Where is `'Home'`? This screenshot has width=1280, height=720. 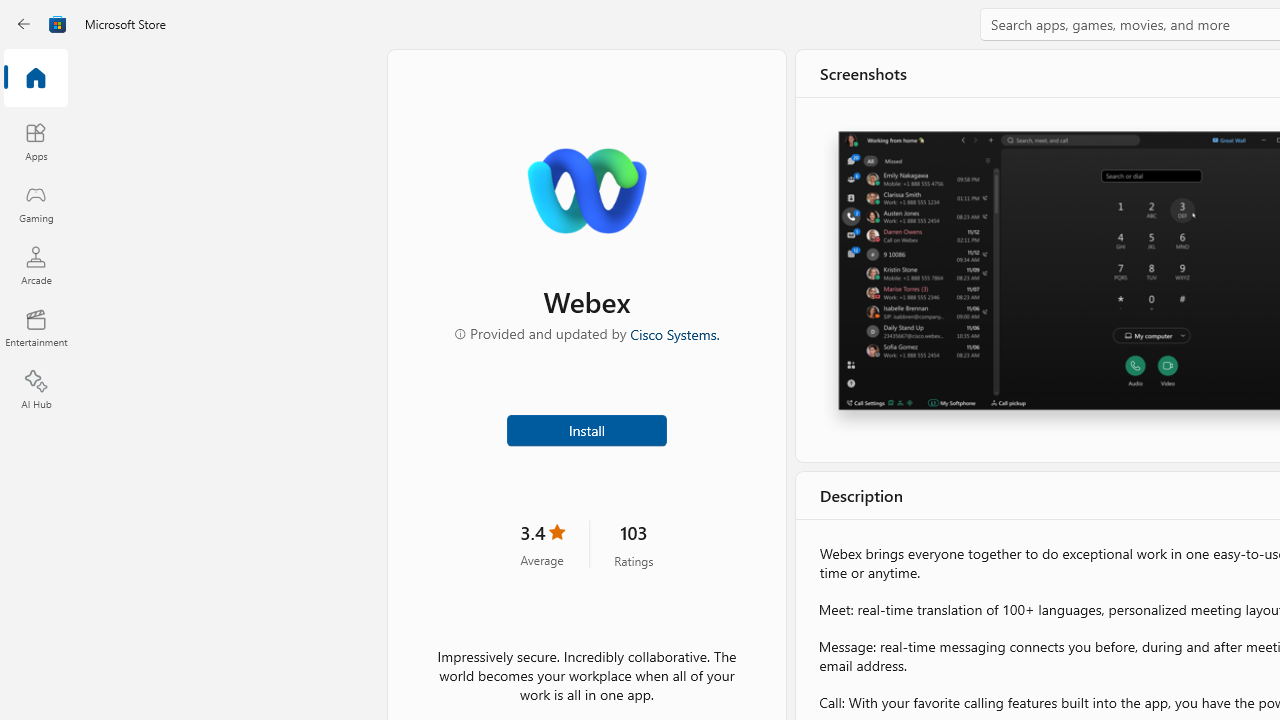
'Home' is located at coordinates (35, 78).